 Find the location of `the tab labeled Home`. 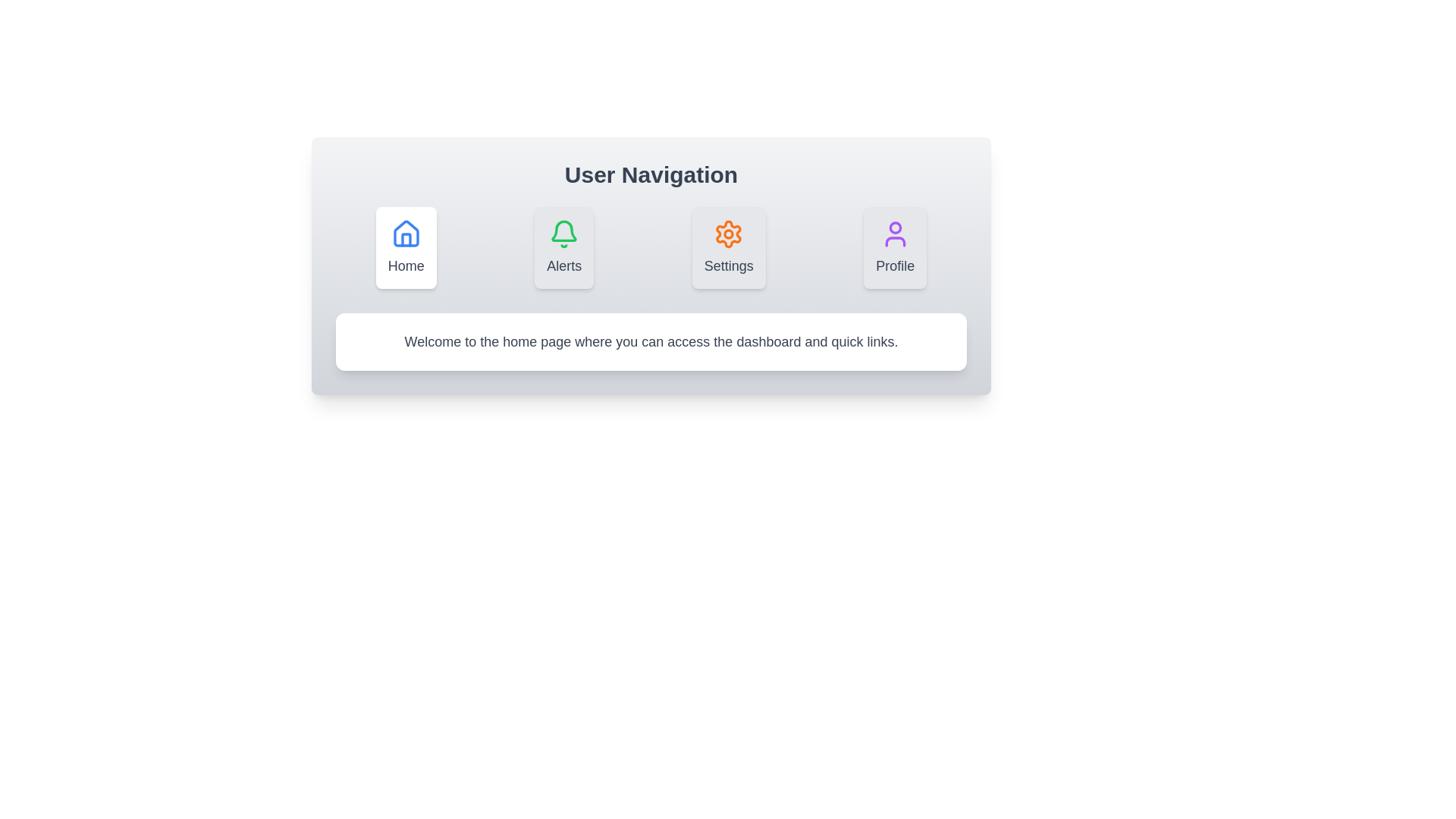

the tab labeled Home is located at coordinates (406, 247).